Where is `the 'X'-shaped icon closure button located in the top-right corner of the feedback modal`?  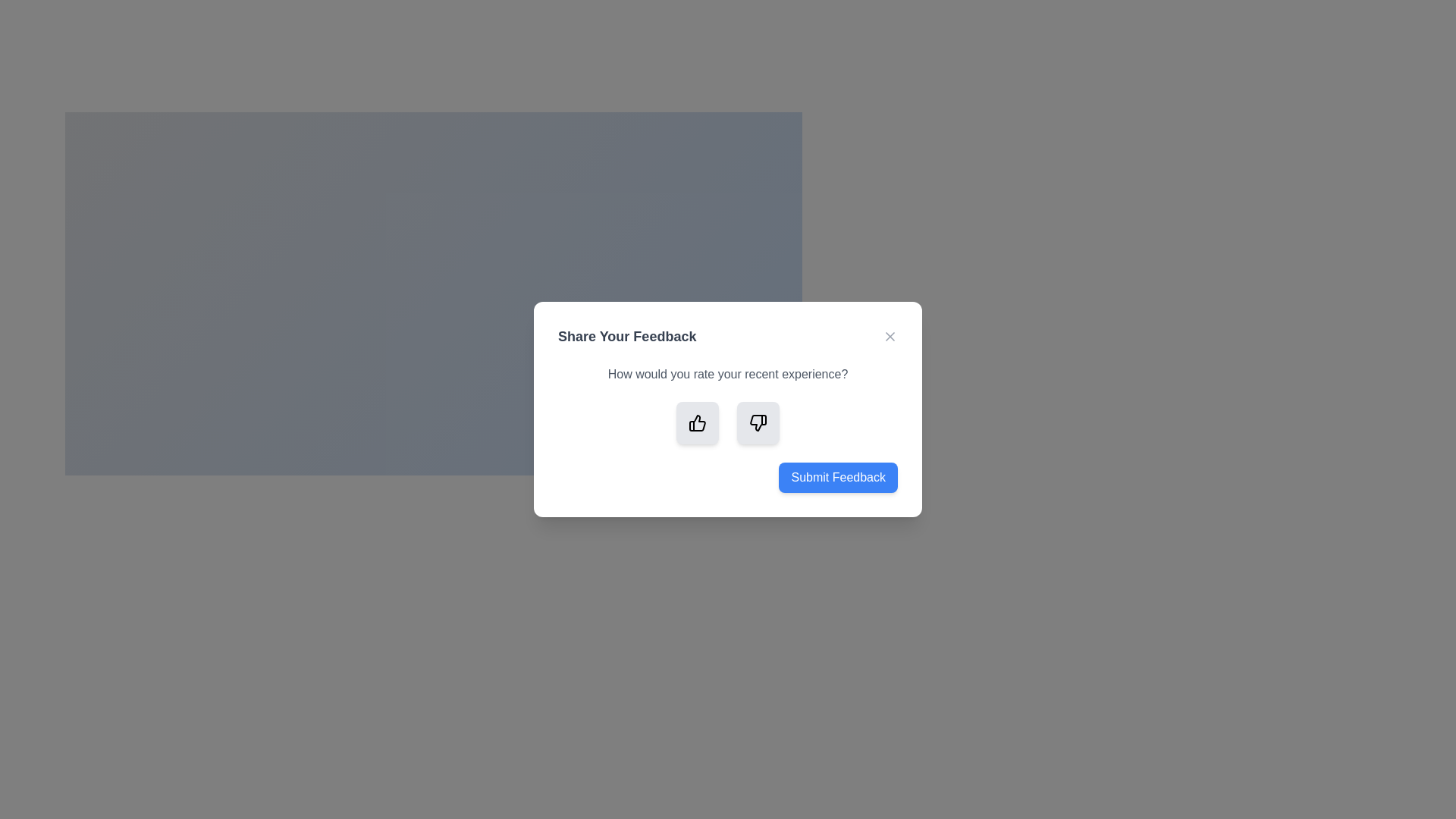
the 'X'-shaped icon closure button located in the top-right corner of the feedback modal is located at coordinates (890, 335).